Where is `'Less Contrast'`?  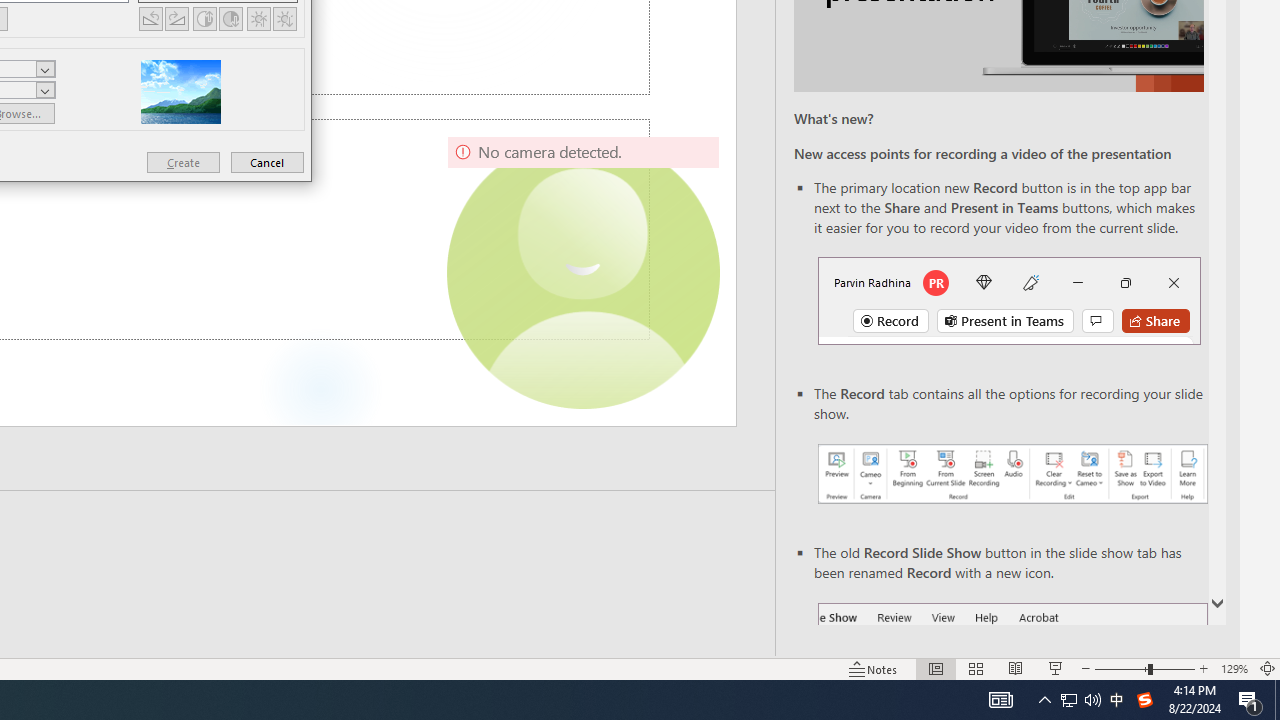 'Less Contrast' is located at coordinates (231, 18).